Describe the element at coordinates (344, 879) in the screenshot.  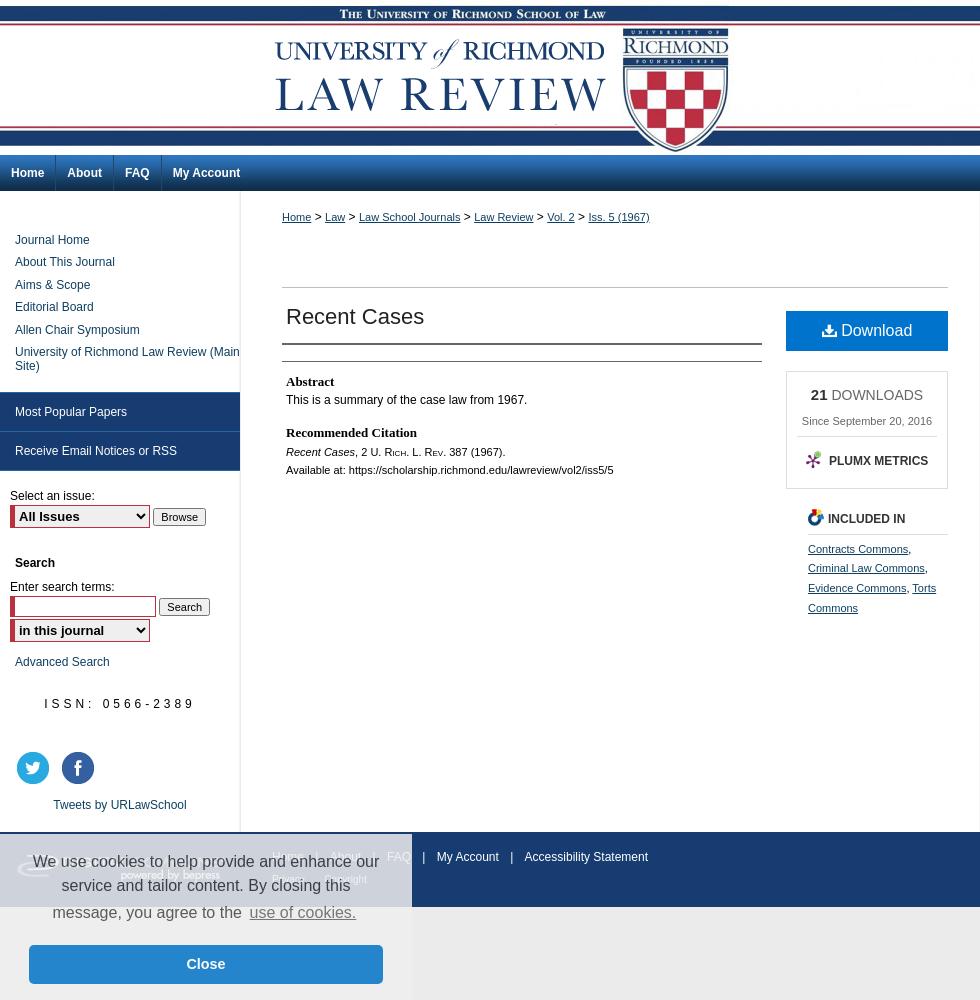
I see `'Copyright'` at that location.